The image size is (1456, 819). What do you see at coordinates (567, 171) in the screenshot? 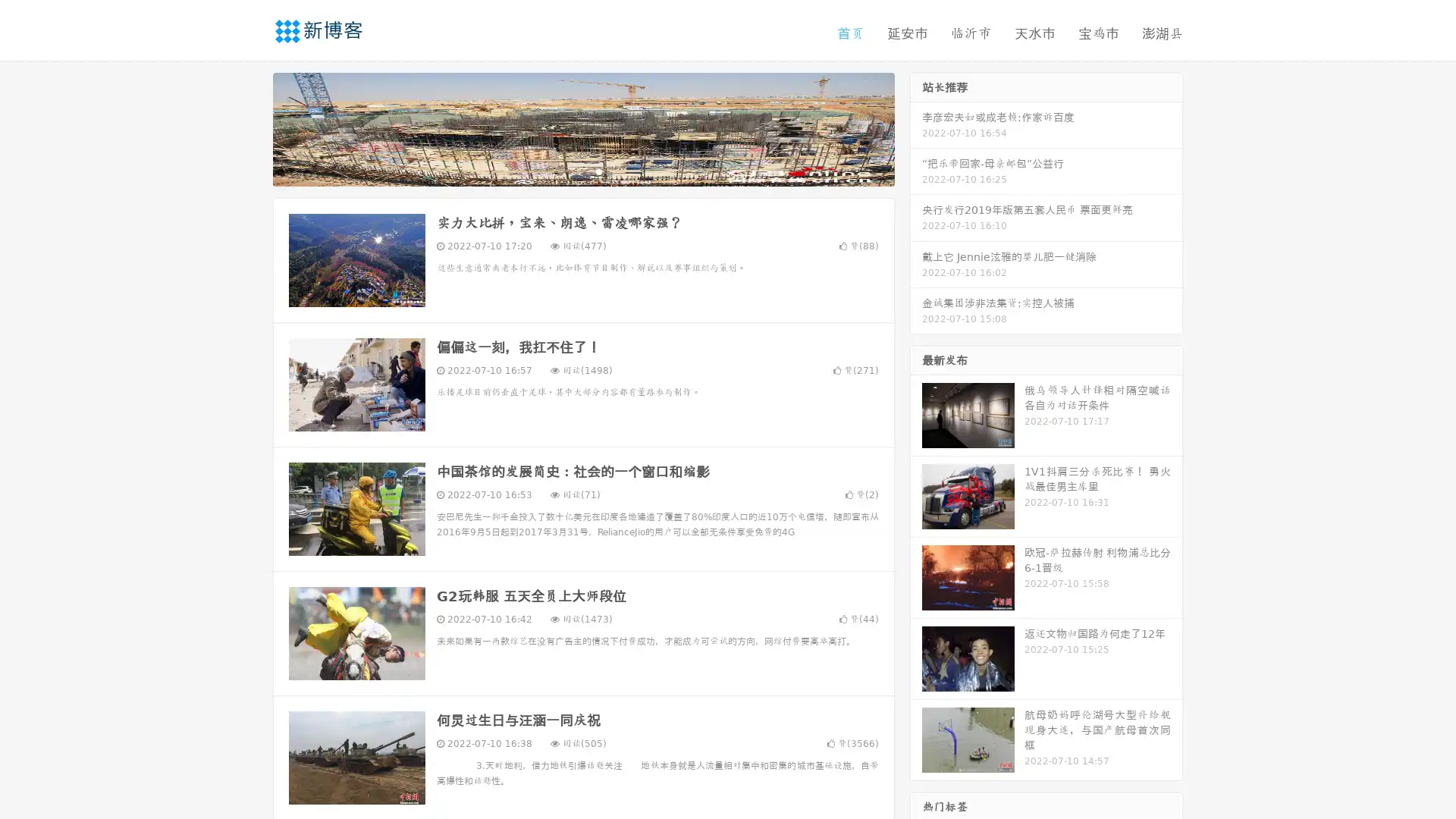
I see `Go to slide 1` at bounding box center [567, 171].